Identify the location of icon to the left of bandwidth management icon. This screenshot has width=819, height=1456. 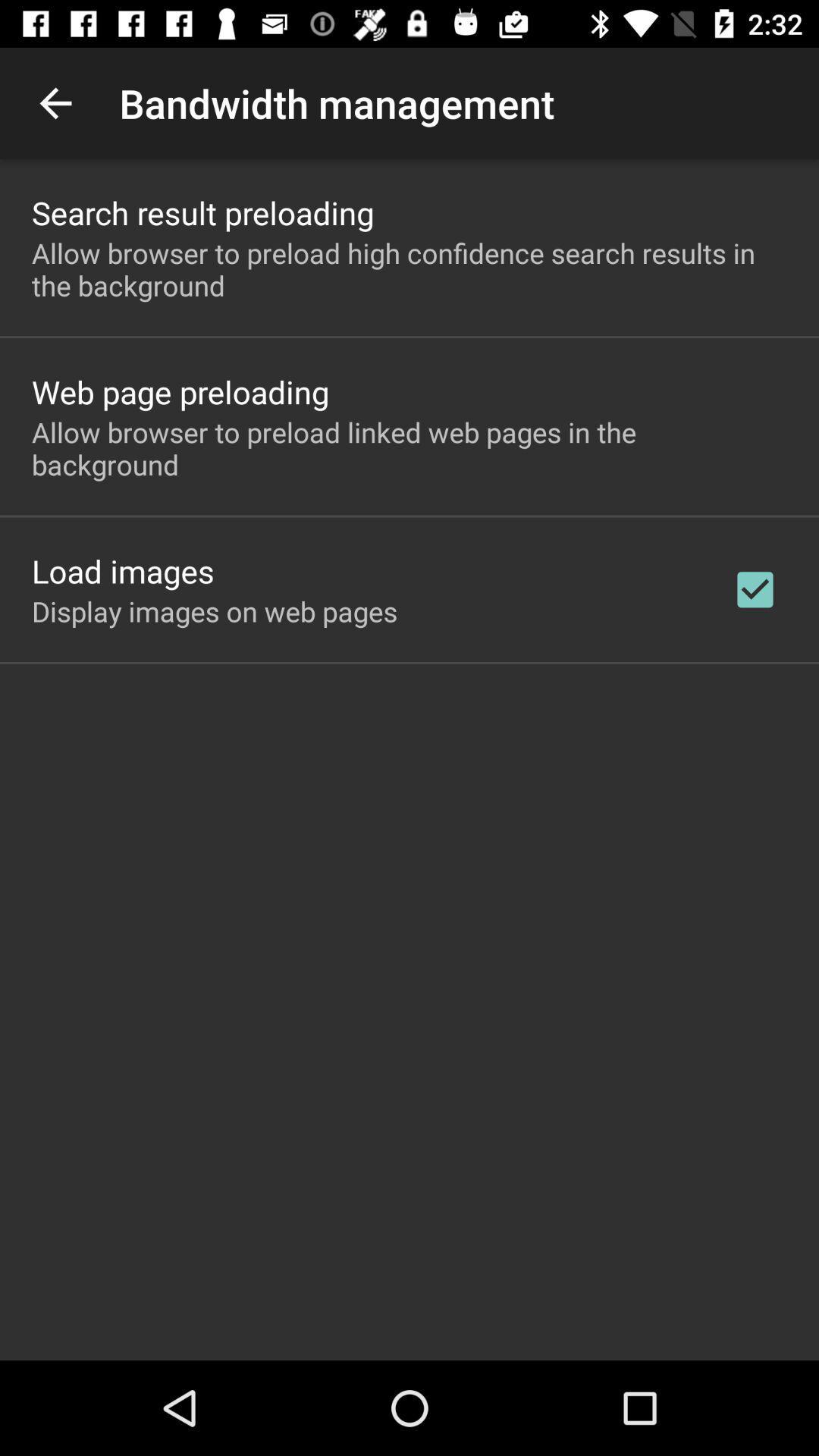
(55, 102).